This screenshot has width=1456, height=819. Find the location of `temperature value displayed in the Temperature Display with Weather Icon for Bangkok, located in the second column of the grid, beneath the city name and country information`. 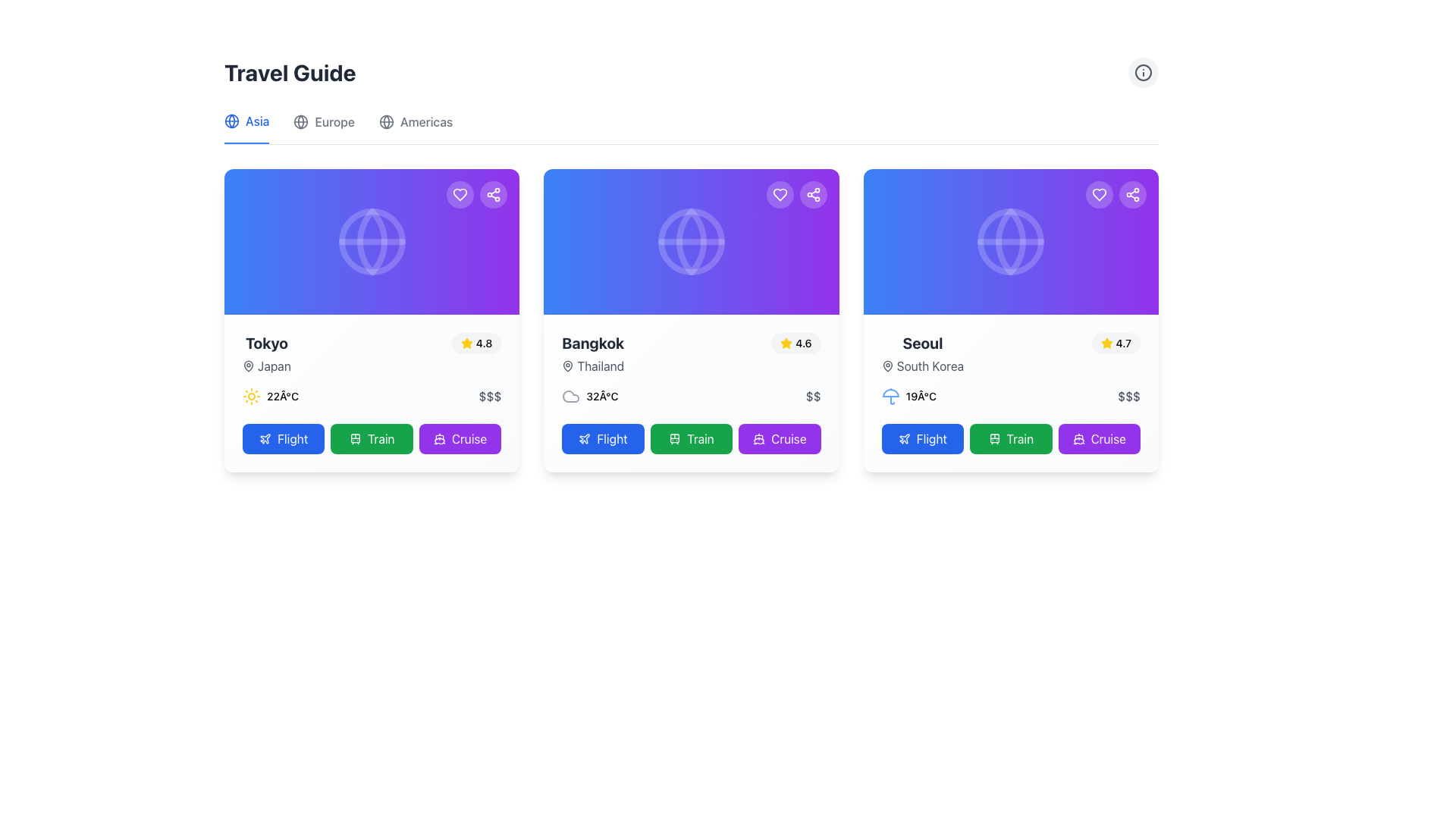

temperature value displayed in the Temperature Display with Weather Icon for Bangkok, located in the second column of the grid, beneath the city name and country information is located at coordinates (589, 396).